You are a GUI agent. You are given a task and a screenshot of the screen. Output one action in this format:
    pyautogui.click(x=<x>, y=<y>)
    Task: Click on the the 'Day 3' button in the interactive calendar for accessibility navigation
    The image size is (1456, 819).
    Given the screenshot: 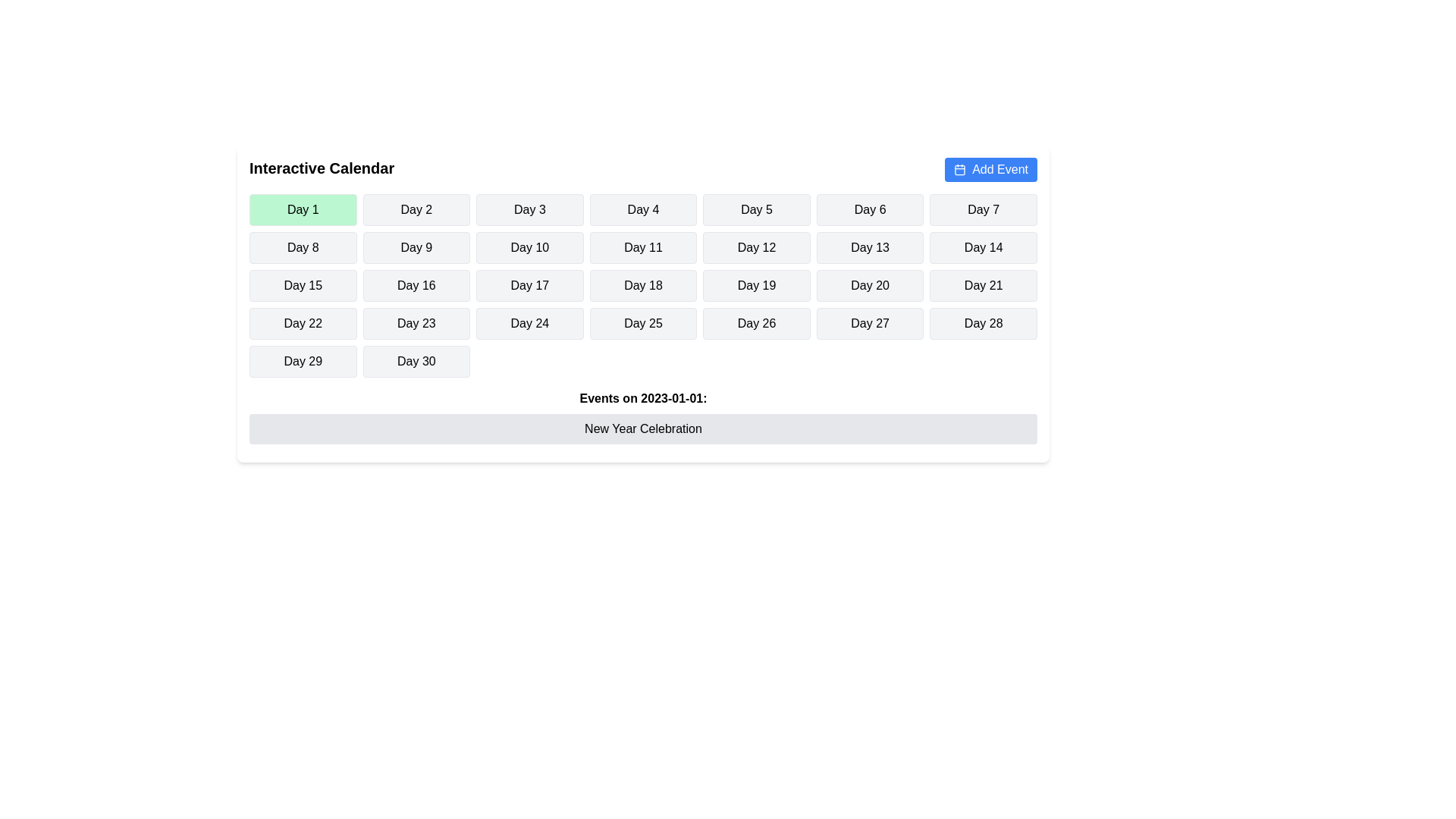 What is the action you would take?
    pyautogui.click(x=529, y=210)
    